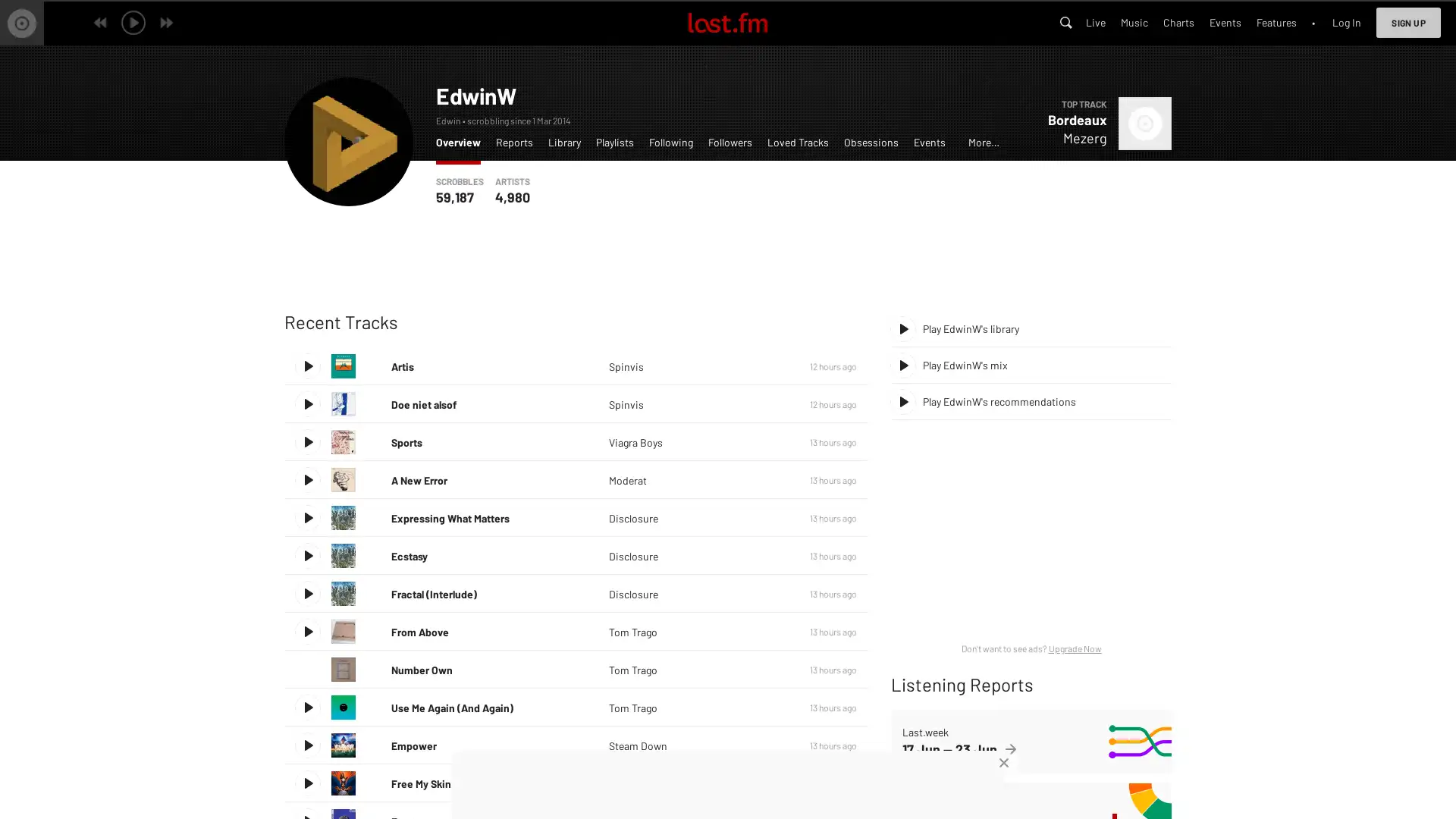  I want to click on More..., so click(984, 146).